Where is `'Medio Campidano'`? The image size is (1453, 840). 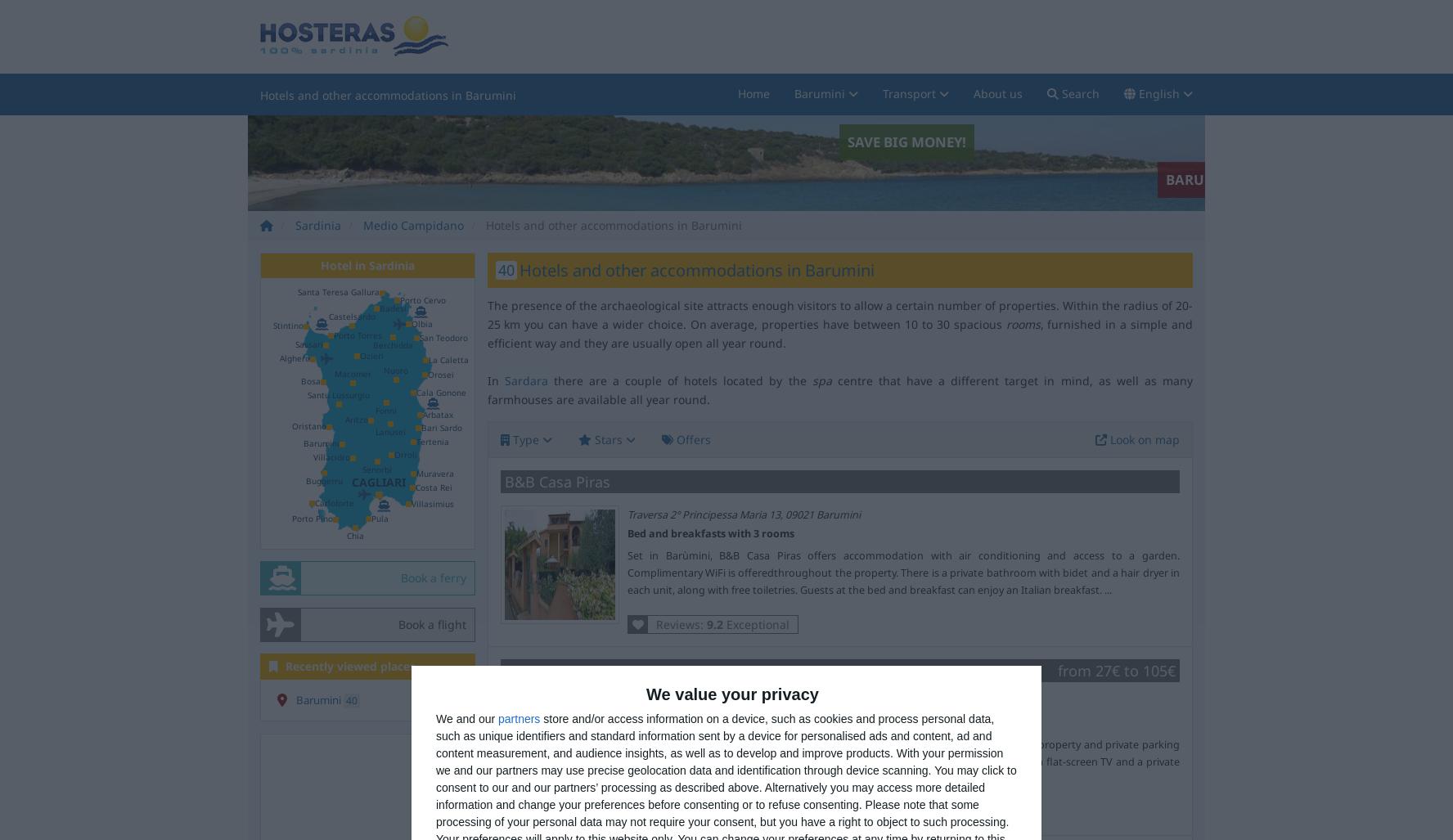 'Medio Campidano' is located at coordinates (363, 224).